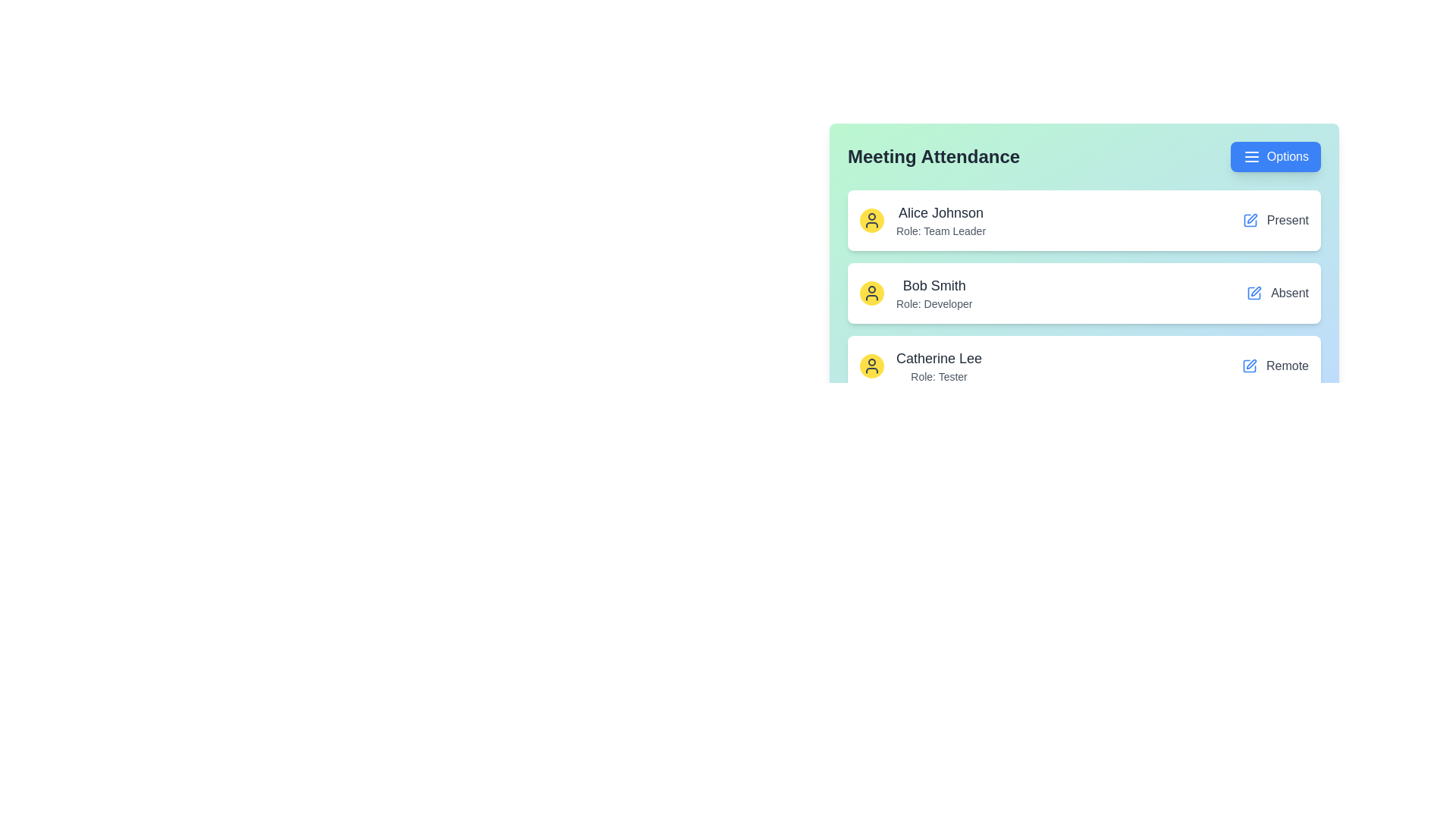 This screenshot has width=1456, height=819. Describe the element at coordinates (938, 359) in the screenshot. I see `the text component displaying the name 'Catherine Lee', which indicates their association with the meeting attendance list, located to the right of the circular avatar icon and above the smaller text segment stating 'Role: Tester'` at that location.